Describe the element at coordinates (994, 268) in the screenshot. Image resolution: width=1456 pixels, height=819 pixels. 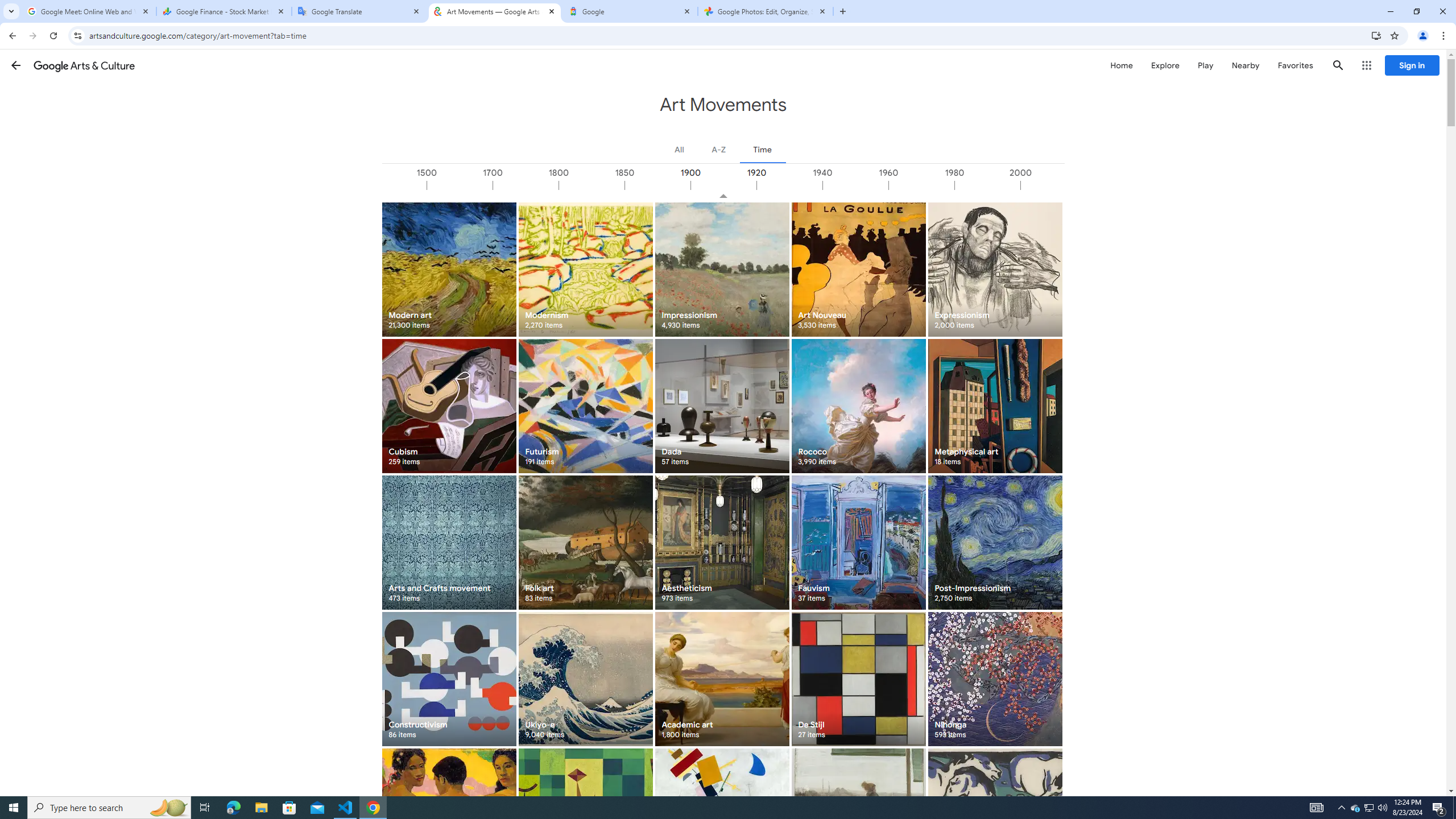
I see `'Expressionism 2,000 items'` at that location.